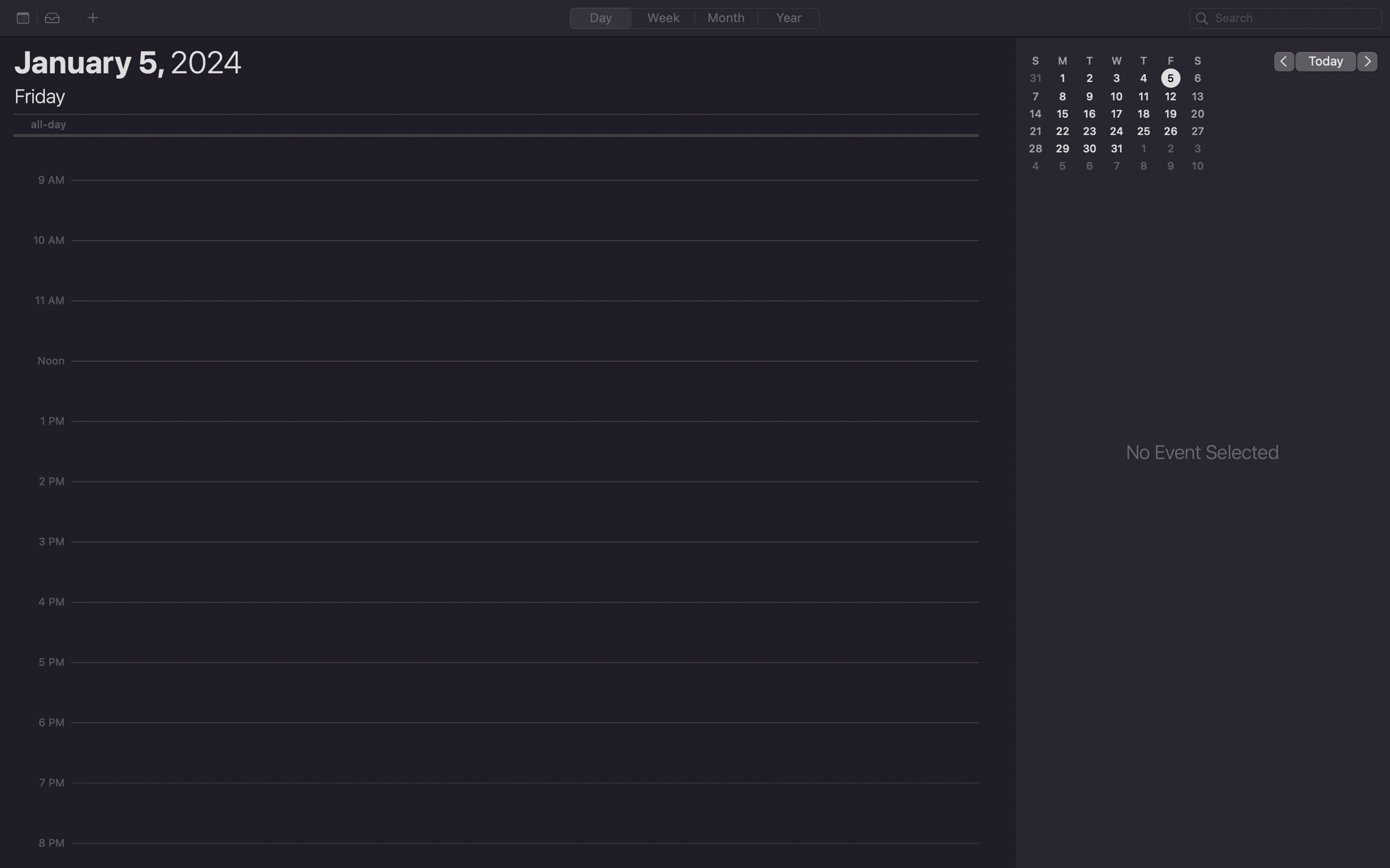 The image size is (1390, 868). What do you see at coordinates (788, 18) in the screenshot?
I see `Activate the year mode on your calendar` at bounding box center [788, 18].